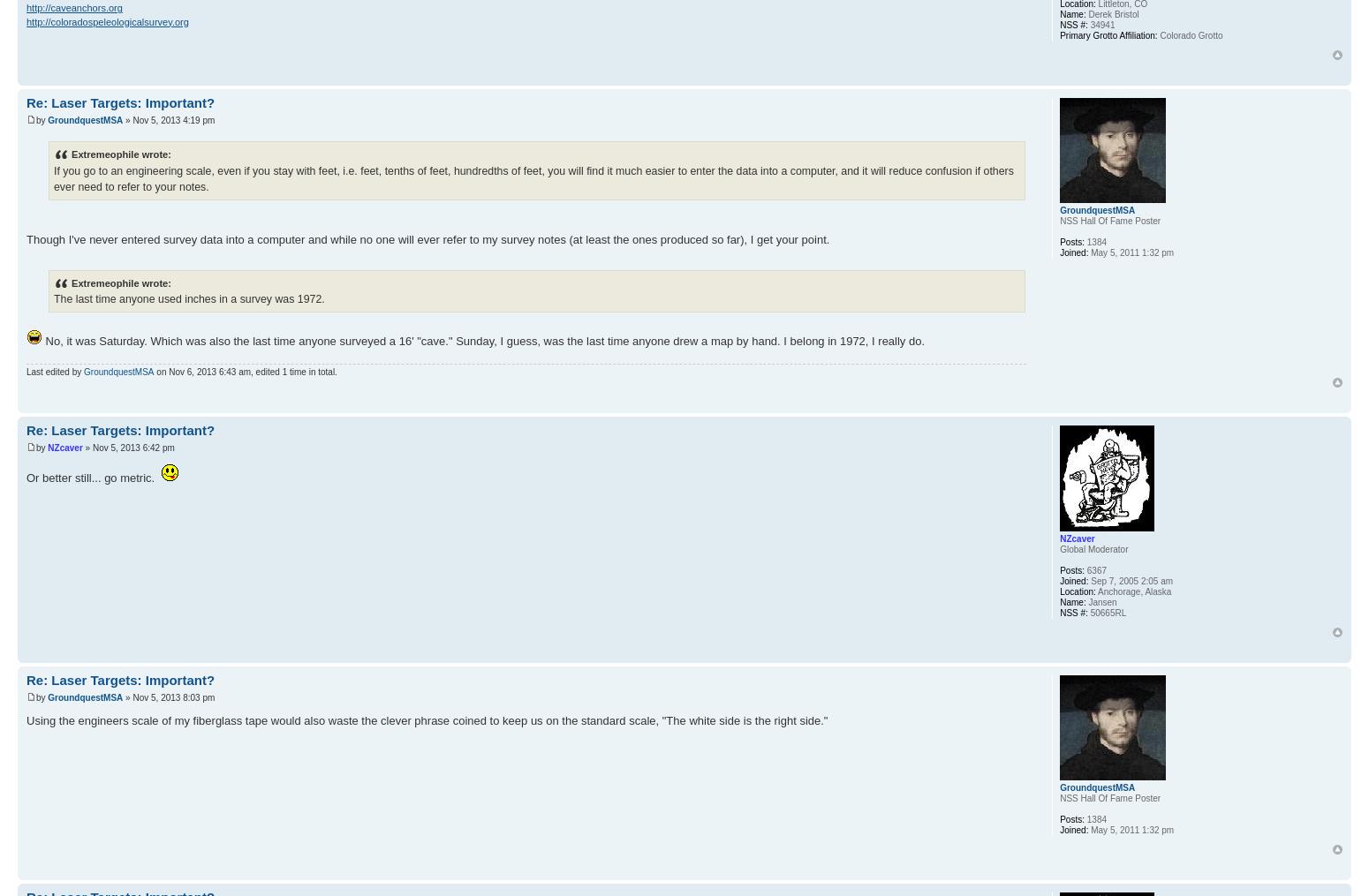  I want to click on 'Or better still... go metric.', so click(92, 477).